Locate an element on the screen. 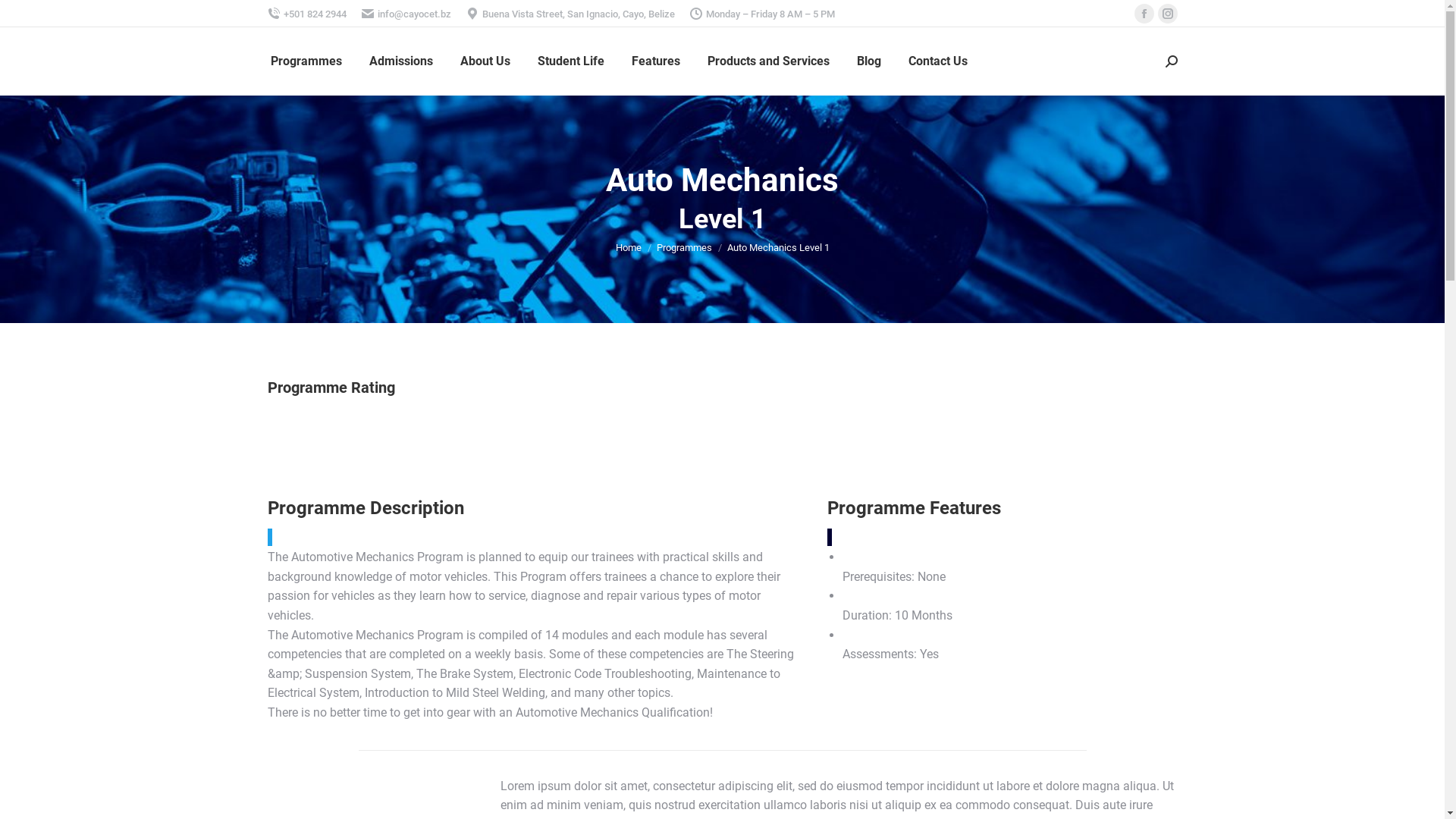  'Admissions' is located at coordinates (400, 61).